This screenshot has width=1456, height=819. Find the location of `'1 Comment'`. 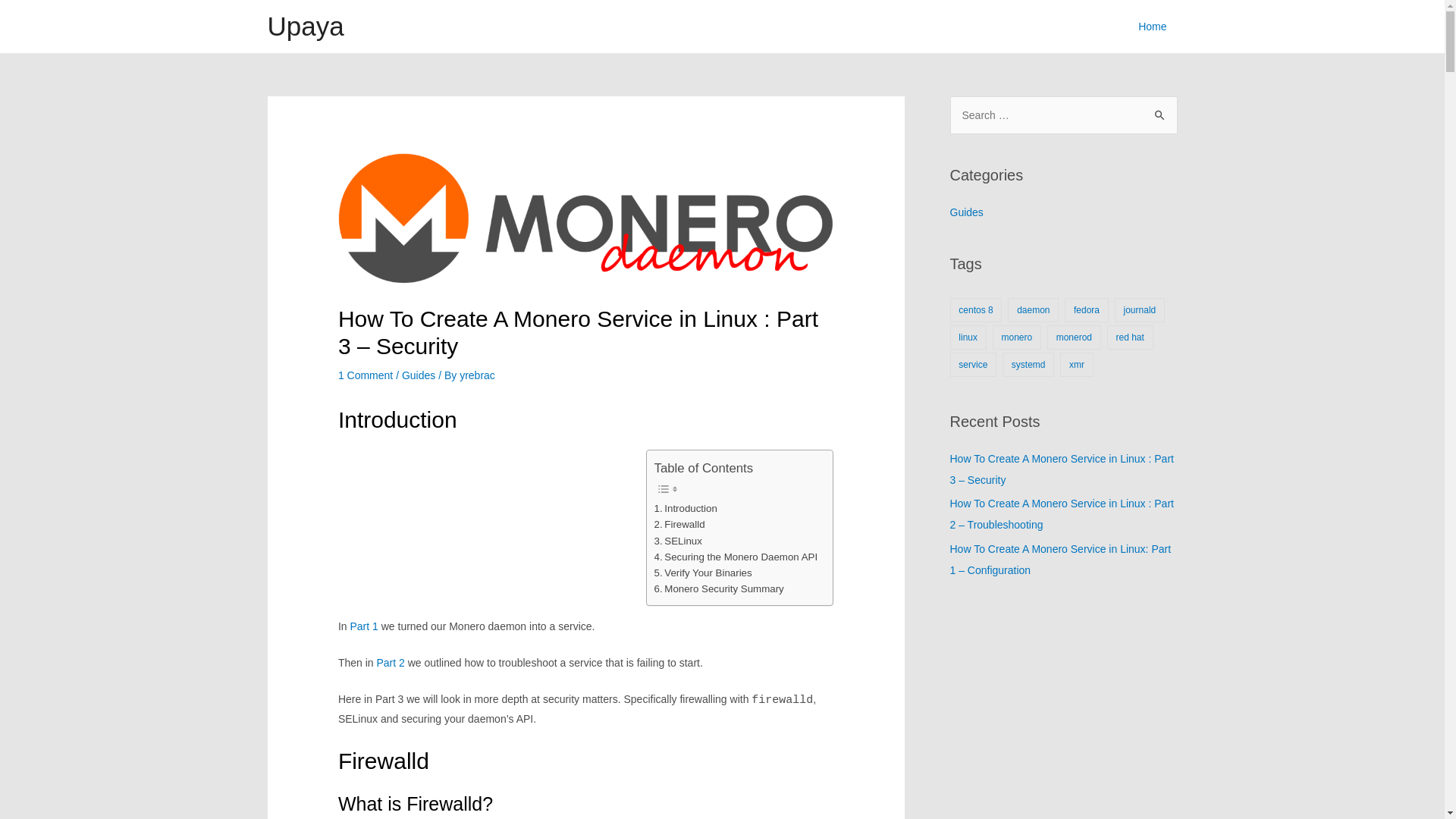

'1 Comment' is located at coordinates (337, 375).